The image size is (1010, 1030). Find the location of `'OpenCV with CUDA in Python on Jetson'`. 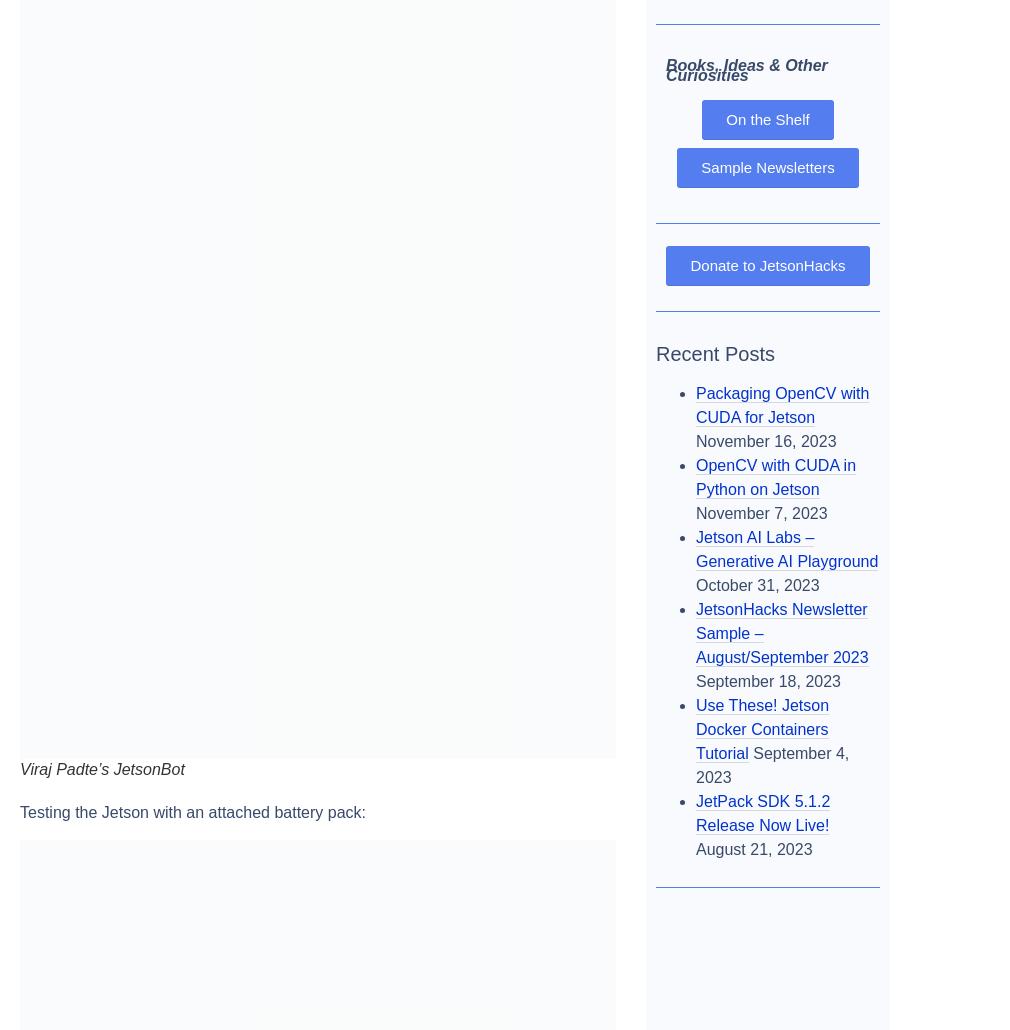

'OpenCV with CUDA in Python on Jetson' is located at coordinates (775, 475).